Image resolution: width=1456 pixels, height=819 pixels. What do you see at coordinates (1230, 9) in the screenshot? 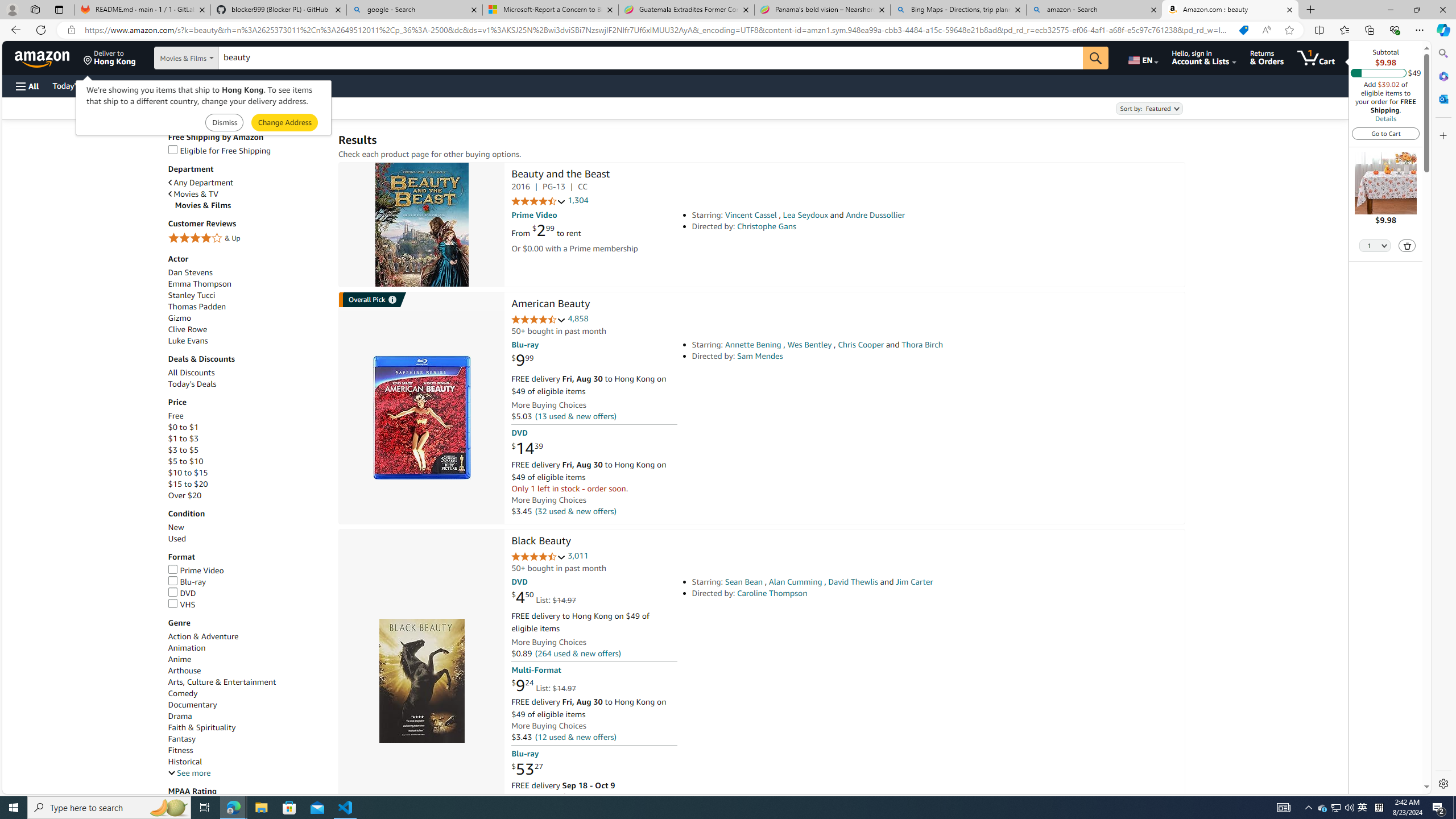
I see `'Amazon.com : beauty'` at bounding box center [1230, 9].